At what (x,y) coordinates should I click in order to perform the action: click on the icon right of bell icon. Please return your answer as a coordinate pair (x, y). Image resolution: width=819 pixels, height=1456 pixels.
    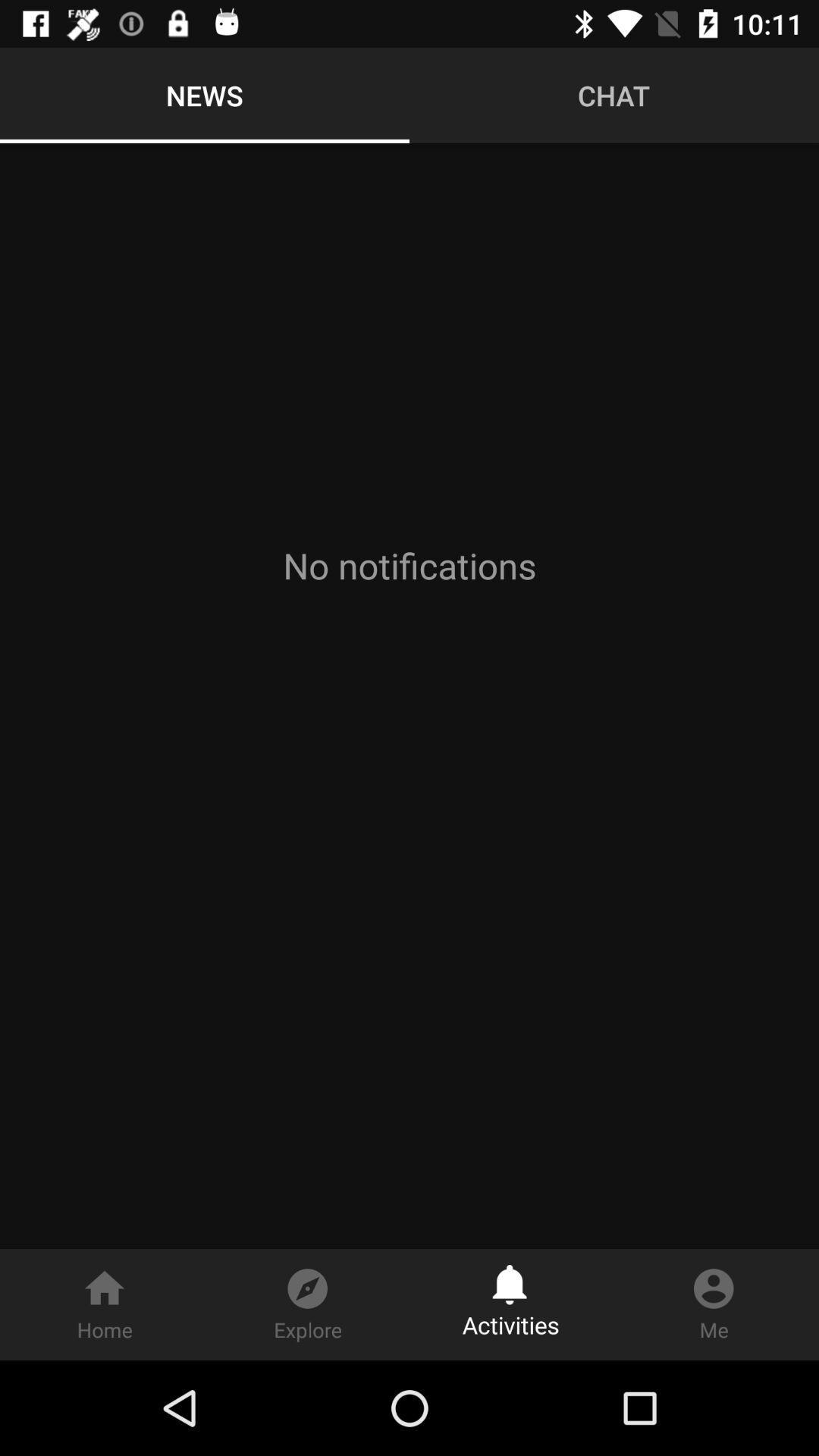
    Looking at the image, I should click on (714, 1280).